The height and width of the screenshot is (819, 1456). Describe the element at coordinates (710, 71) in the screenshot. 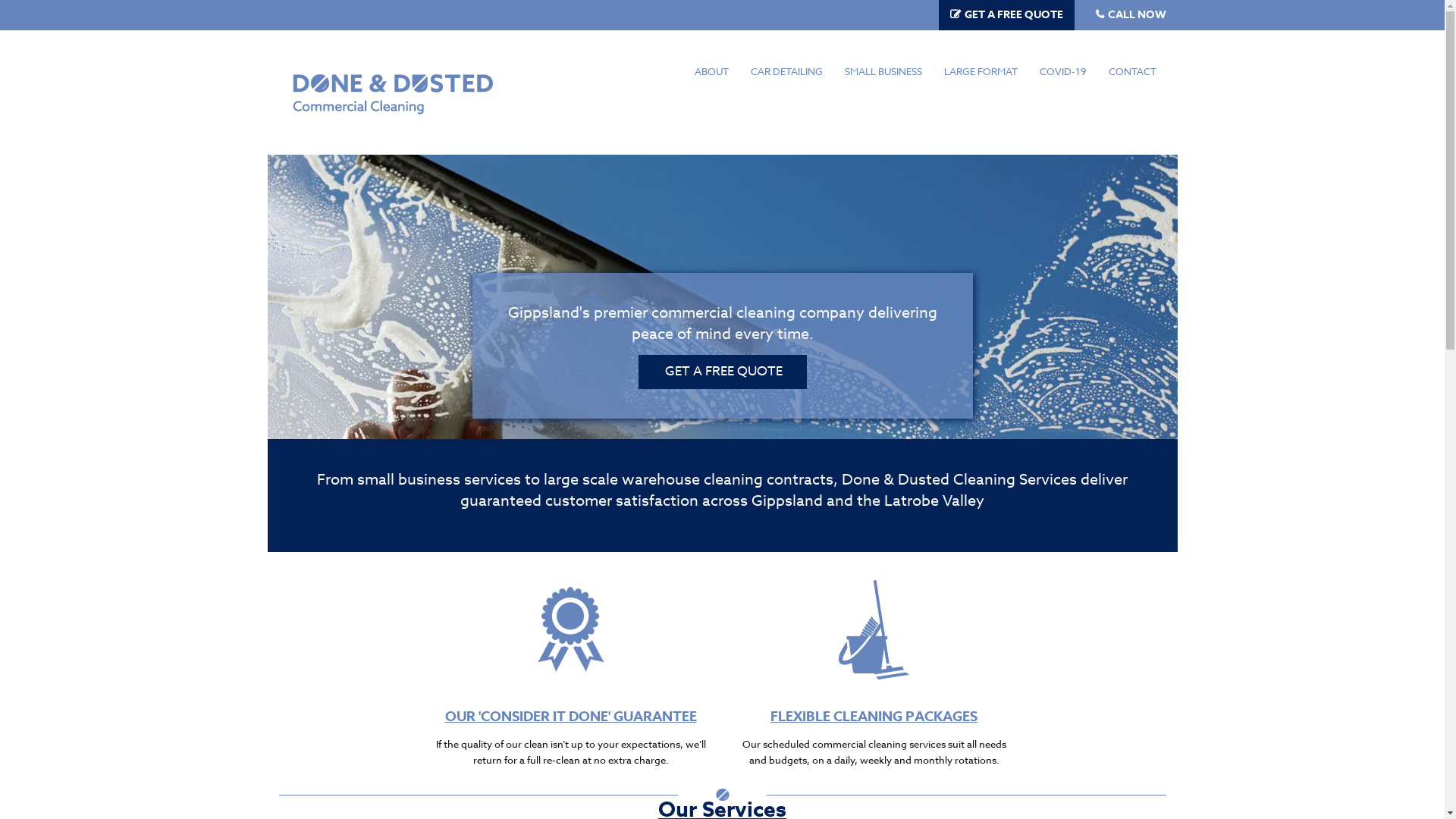

I see `'ABOUT'` at that location.